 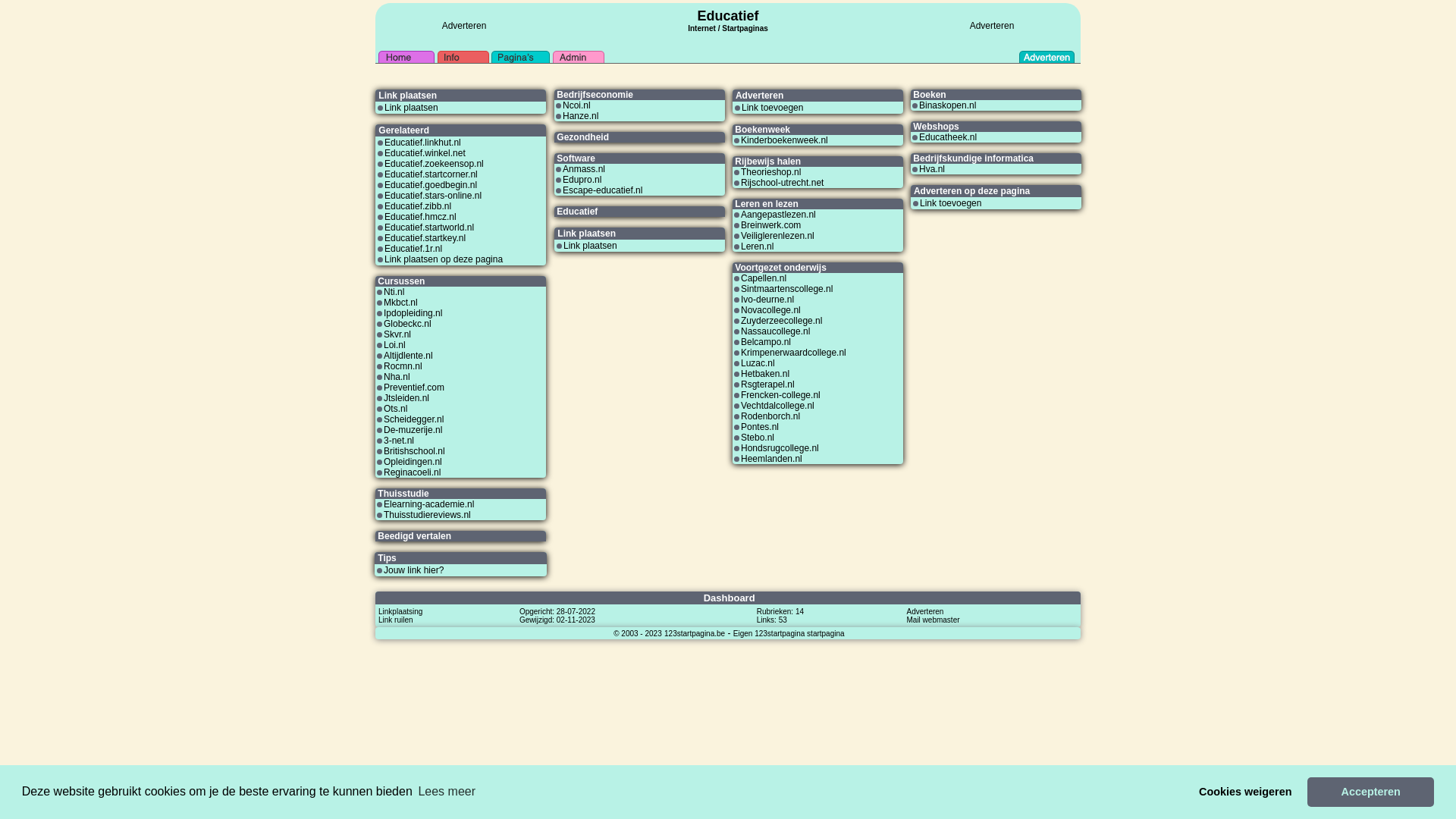 What do you see at coordinates (741, 214) in the screenshot?
I see `'Aangepastlezen.nl'` at bounding box center [741, 214].